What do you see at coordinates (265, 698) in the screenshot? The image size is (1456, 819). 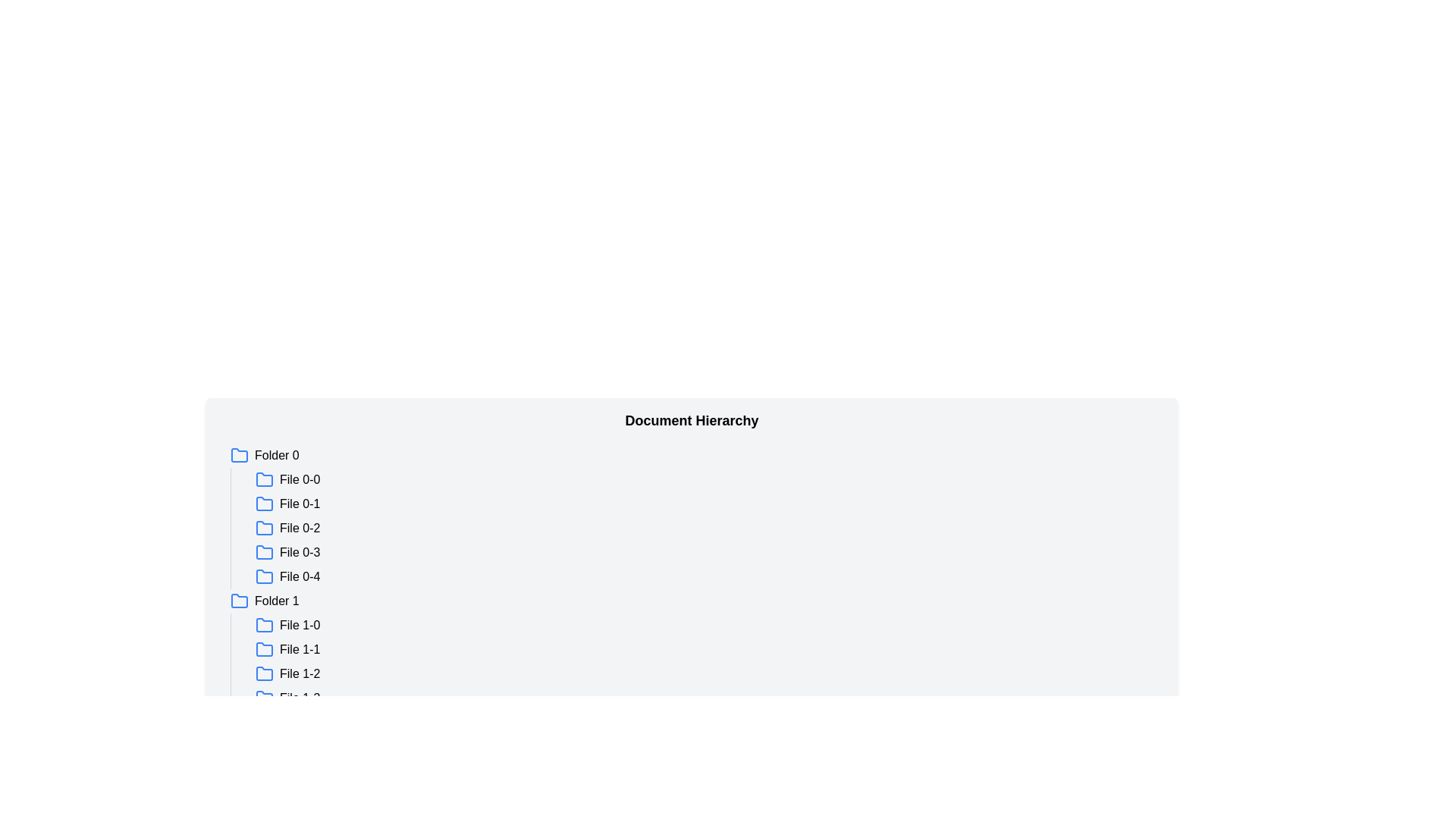 I see `the fourth folder icon located alongside the label 'File 1-3' within the 'Folder 1' category` at bounding box center [265, 698].